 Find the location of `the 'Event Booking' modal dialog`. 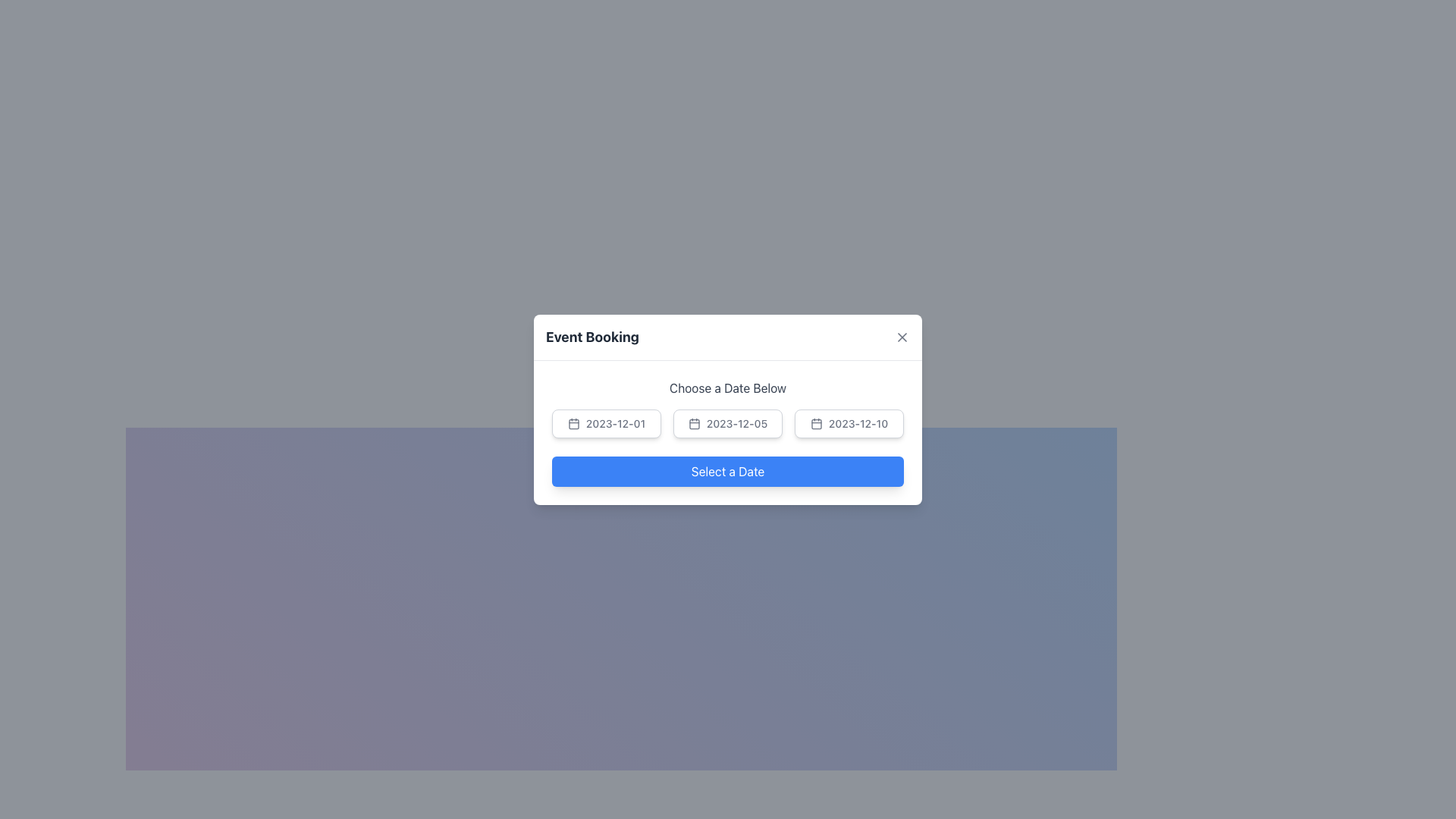

the 'Event Booking' modal dialog is located at coordinates (728, 409).